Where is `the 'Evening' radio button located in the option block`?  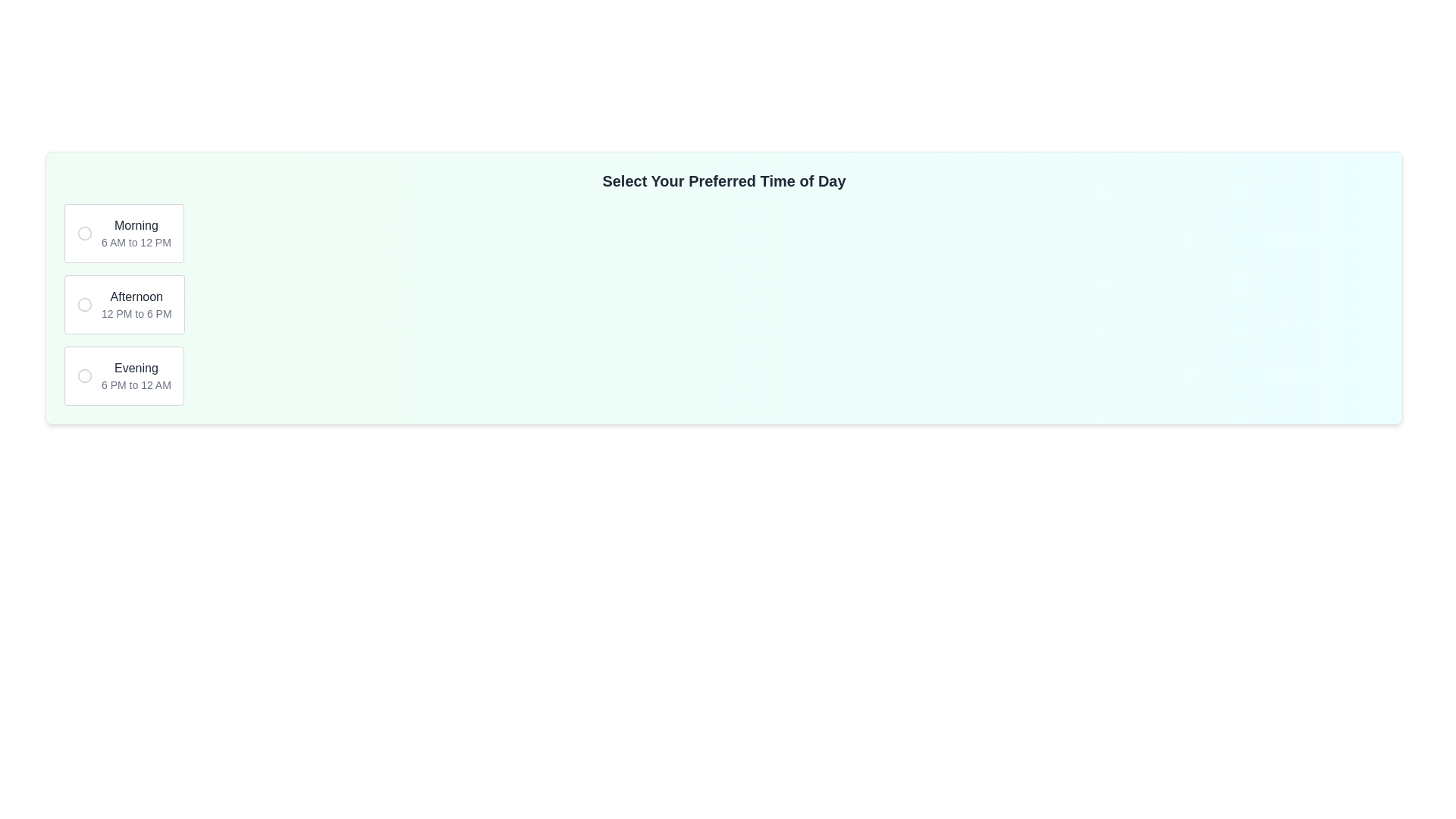 the 'Evening' radio button located in the option block is located at coordinates (83, 375).